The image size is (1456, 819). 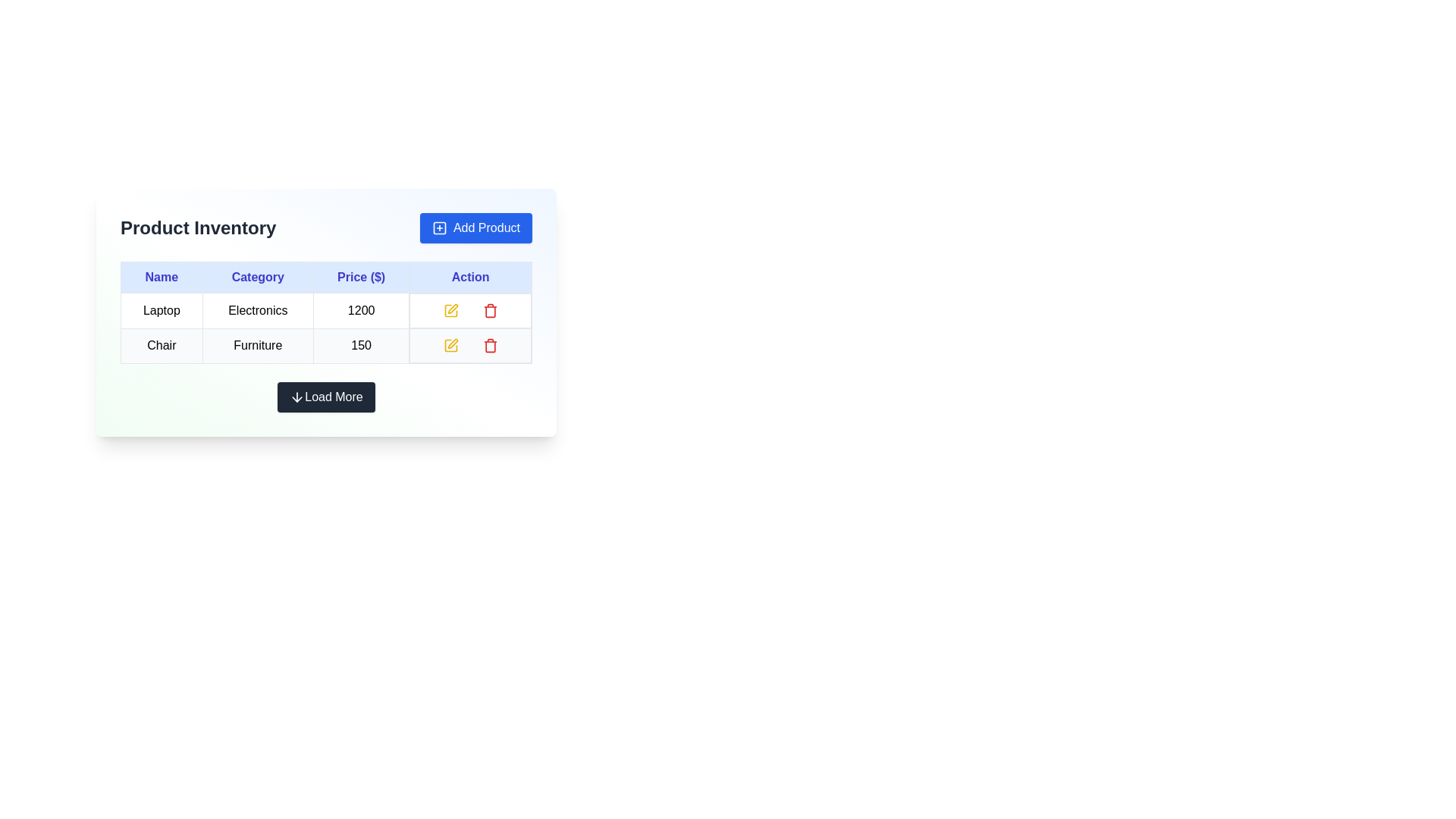 I want to click on the table header cell labeled 'Action' which is the fourth column header in a table, displaying bold dark blue text on a light blue background, so click(x=469, y=278).